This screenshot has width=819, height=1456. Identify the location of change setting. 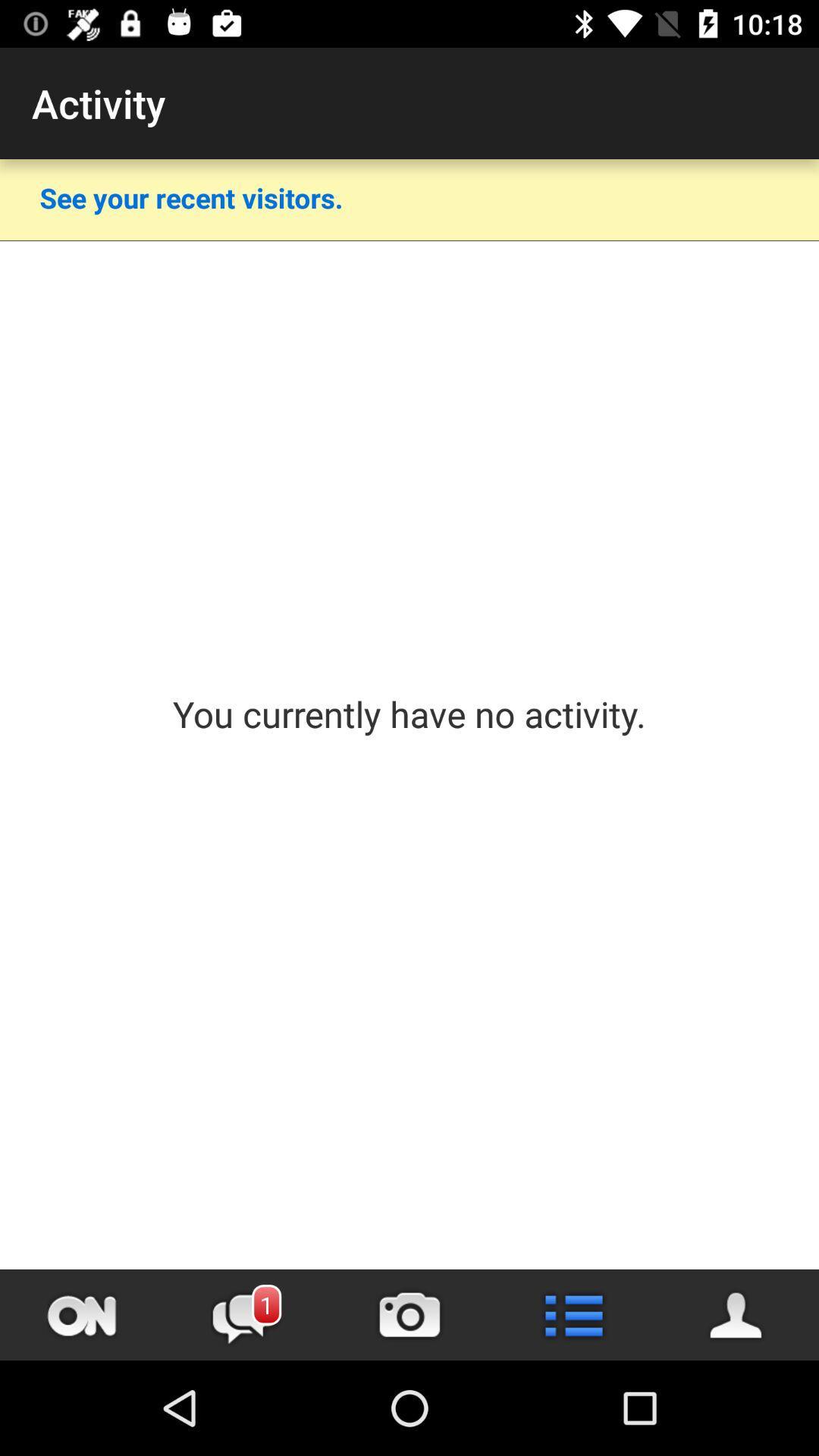
(573, 1314).